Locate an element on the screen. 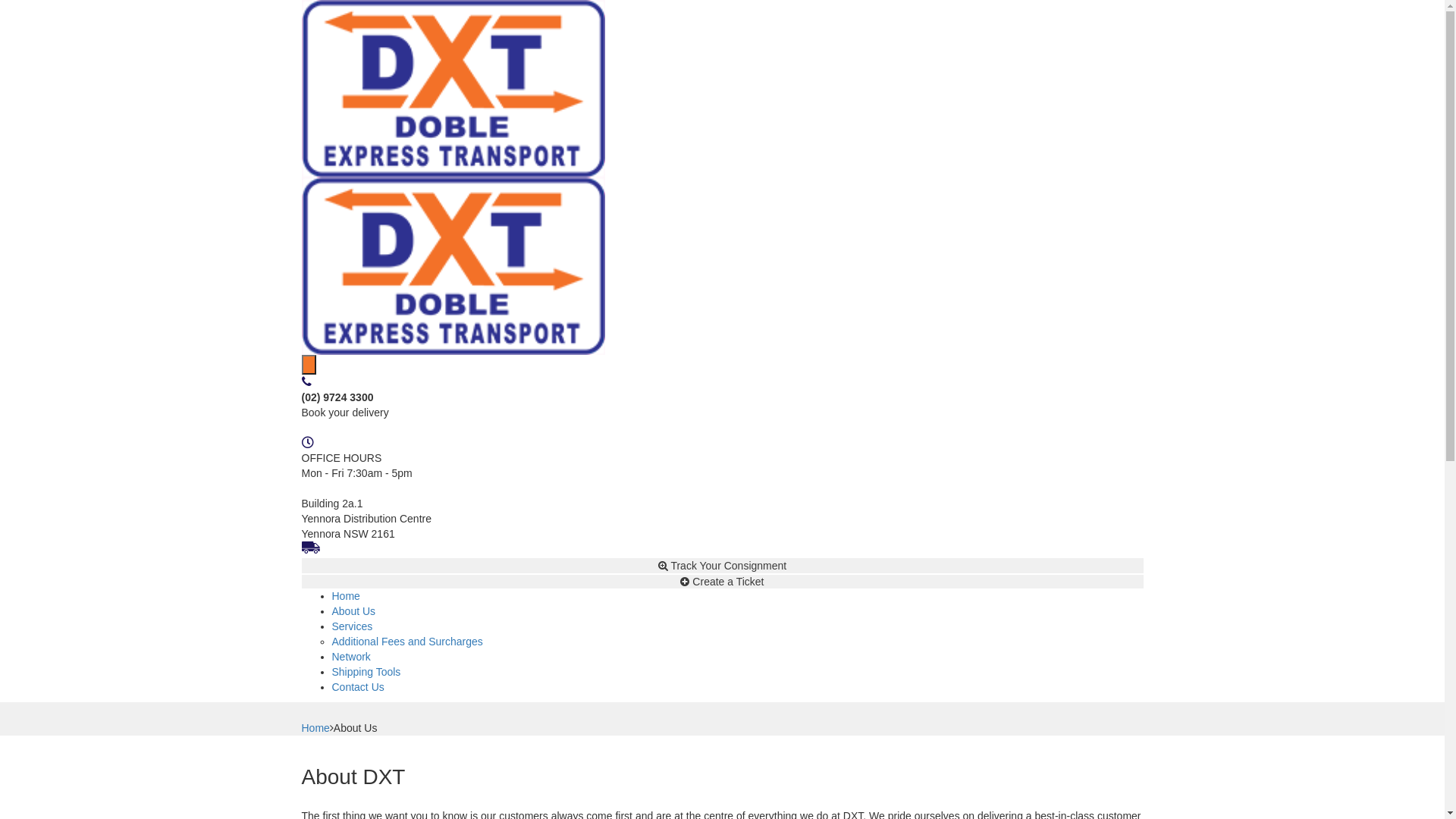 Image resolution: width=1456 pixels, height=819 pixels. 'Home' is located at coordinates (315, 727).